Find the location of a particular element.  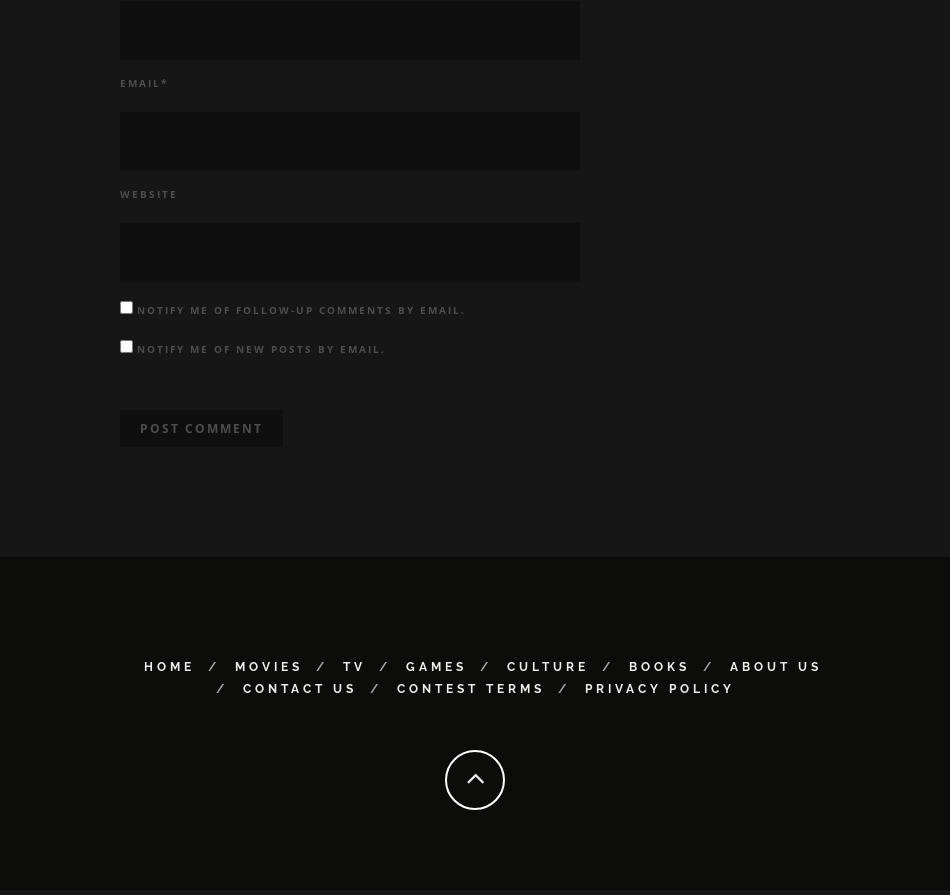

'Email' is located at coordinates (140, 87).